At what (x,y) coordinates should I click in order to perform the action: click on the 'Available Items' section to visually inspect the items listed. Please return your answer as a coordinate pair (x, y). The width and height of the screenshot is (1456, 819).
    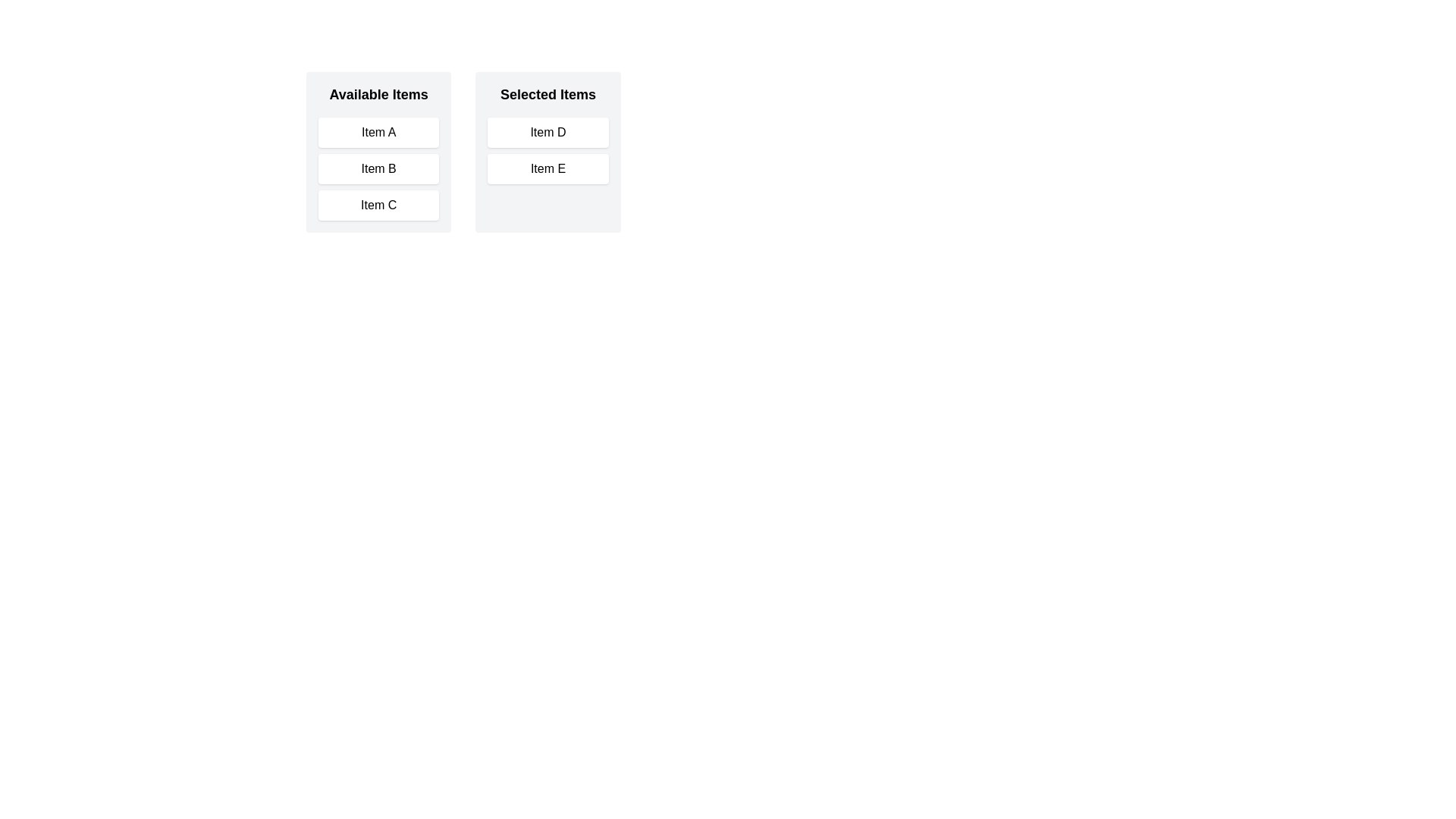
    Looking at the image, I should click on (378, 152).